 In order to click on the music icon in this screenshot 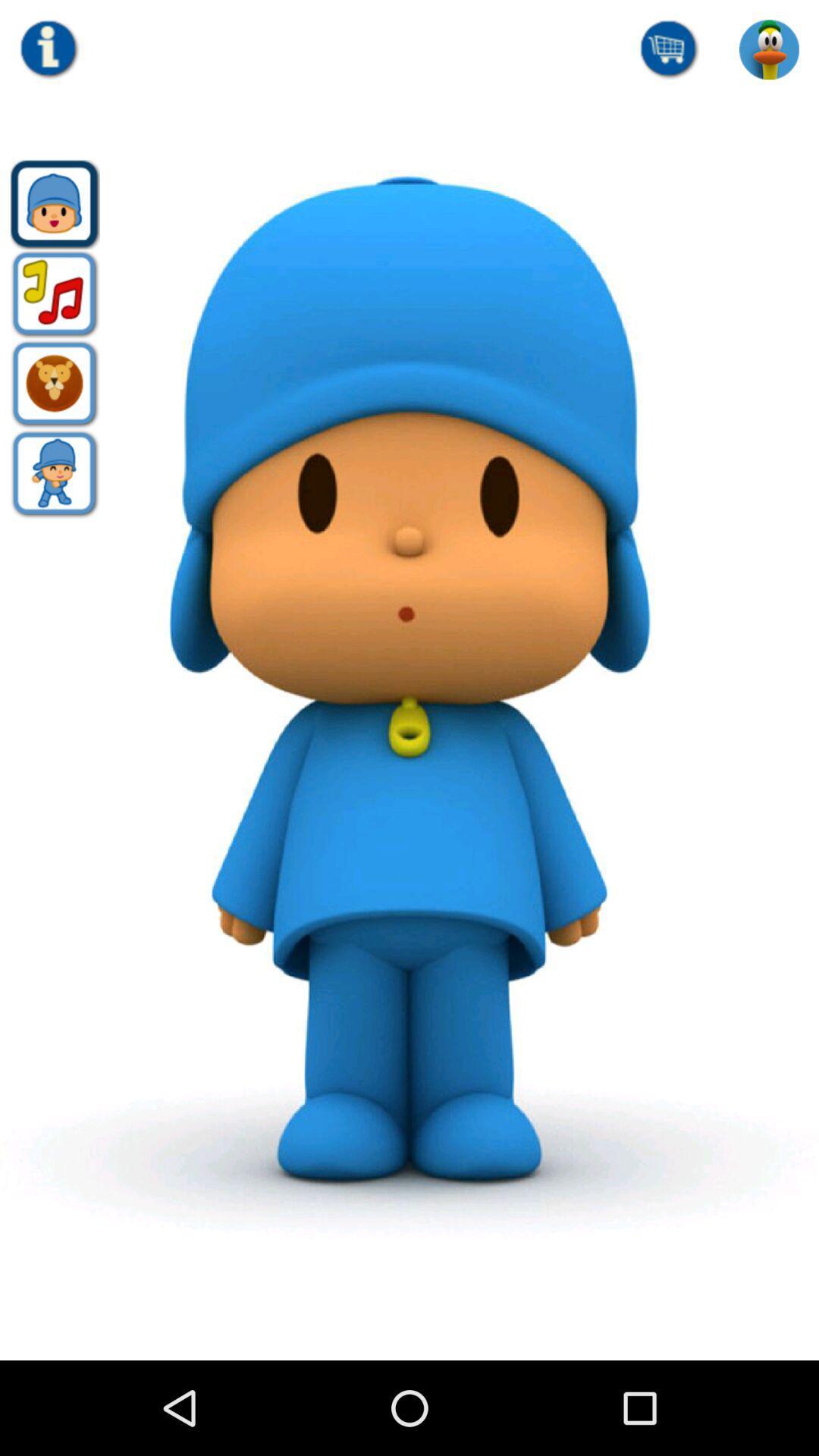, I will do `click(54, 314)`.